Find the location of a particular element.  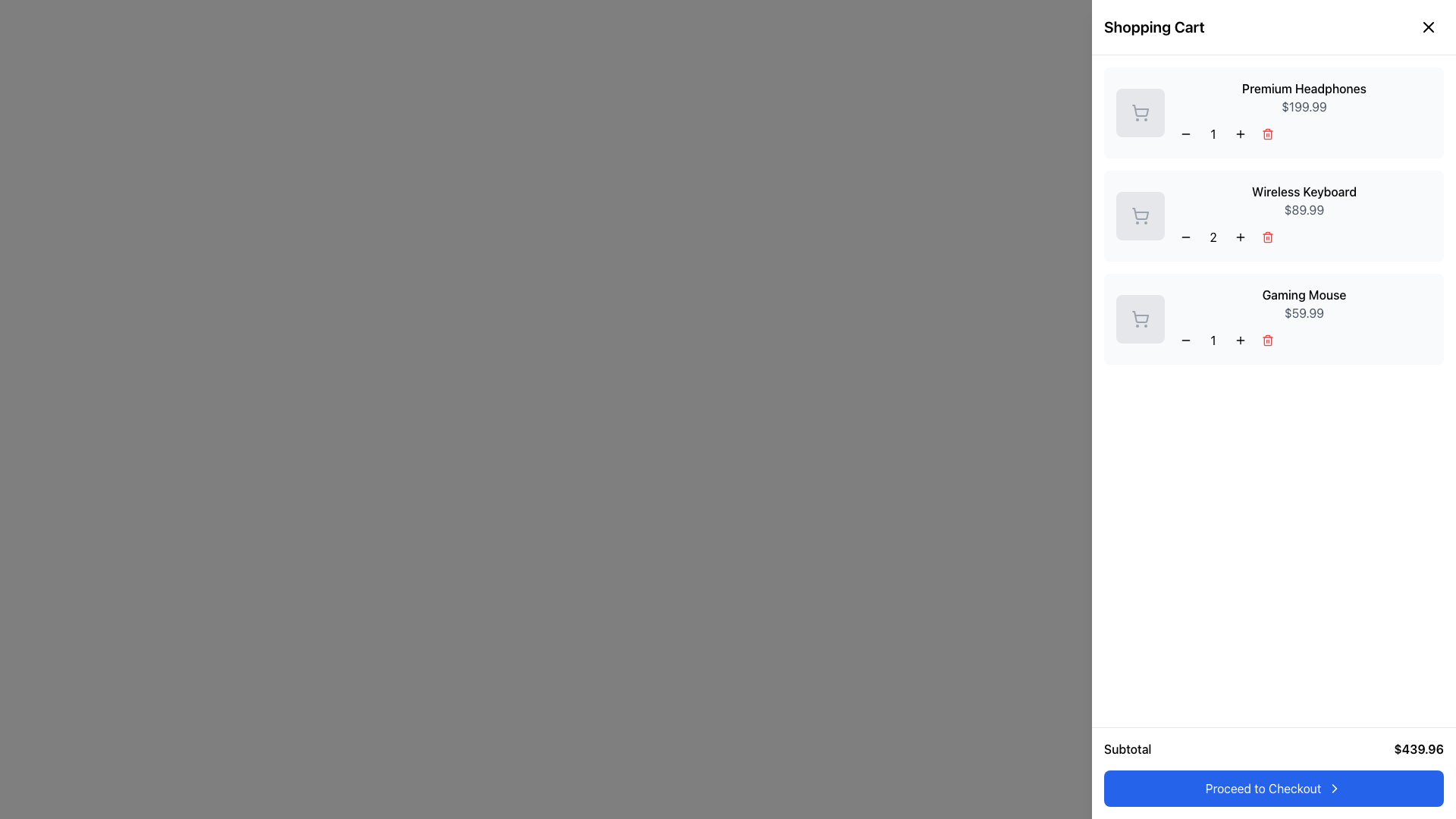

the light gray square icon containing a shopping cart, located in the leftmost part of the 'Gaming Mouse' section of the shopping cart interface is located at coordinates (1140, 318).